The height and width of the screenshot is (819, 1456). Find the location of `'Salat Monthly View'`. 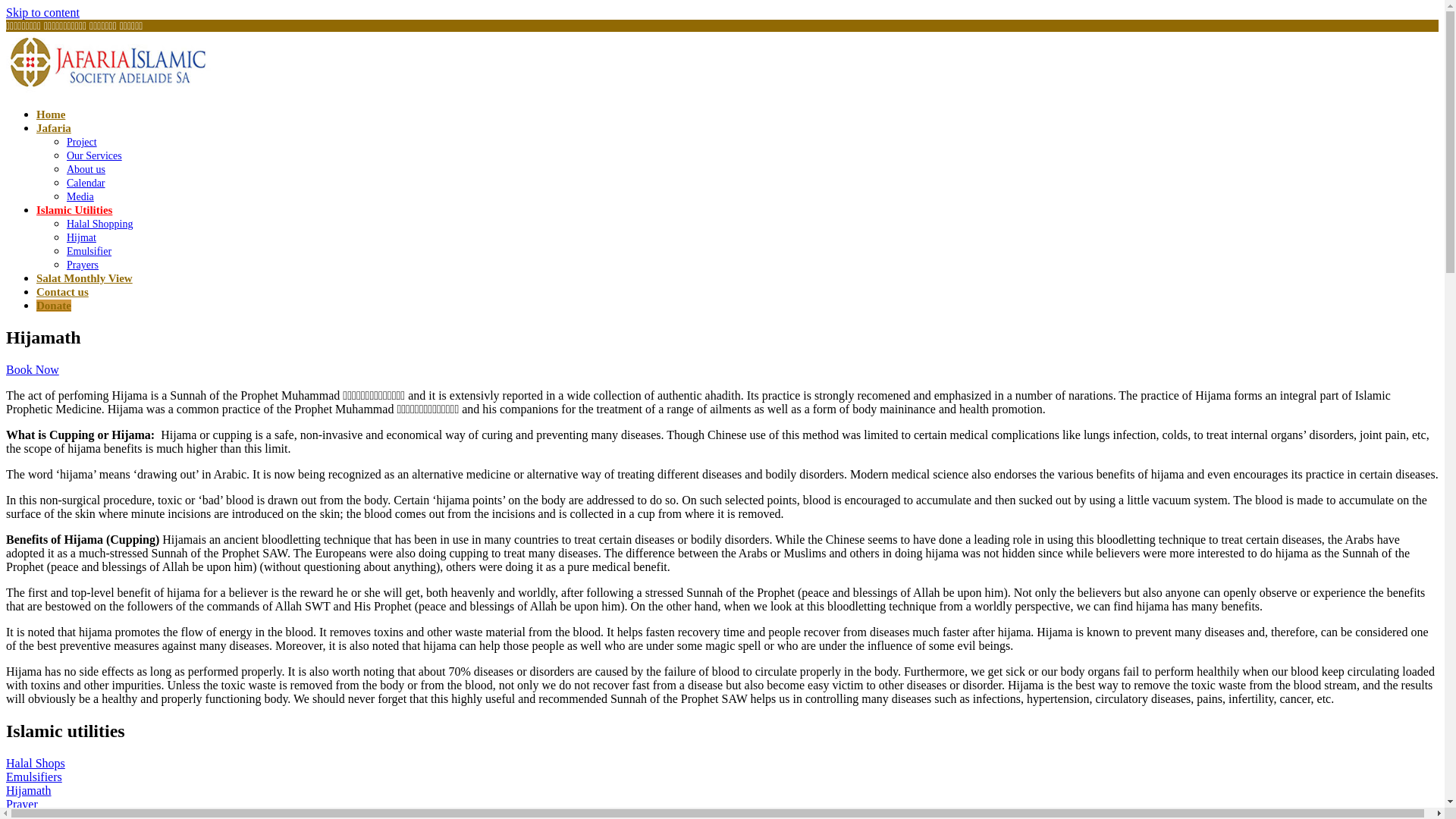

'Salat Monthly View' is located at coordinates (83, 278).